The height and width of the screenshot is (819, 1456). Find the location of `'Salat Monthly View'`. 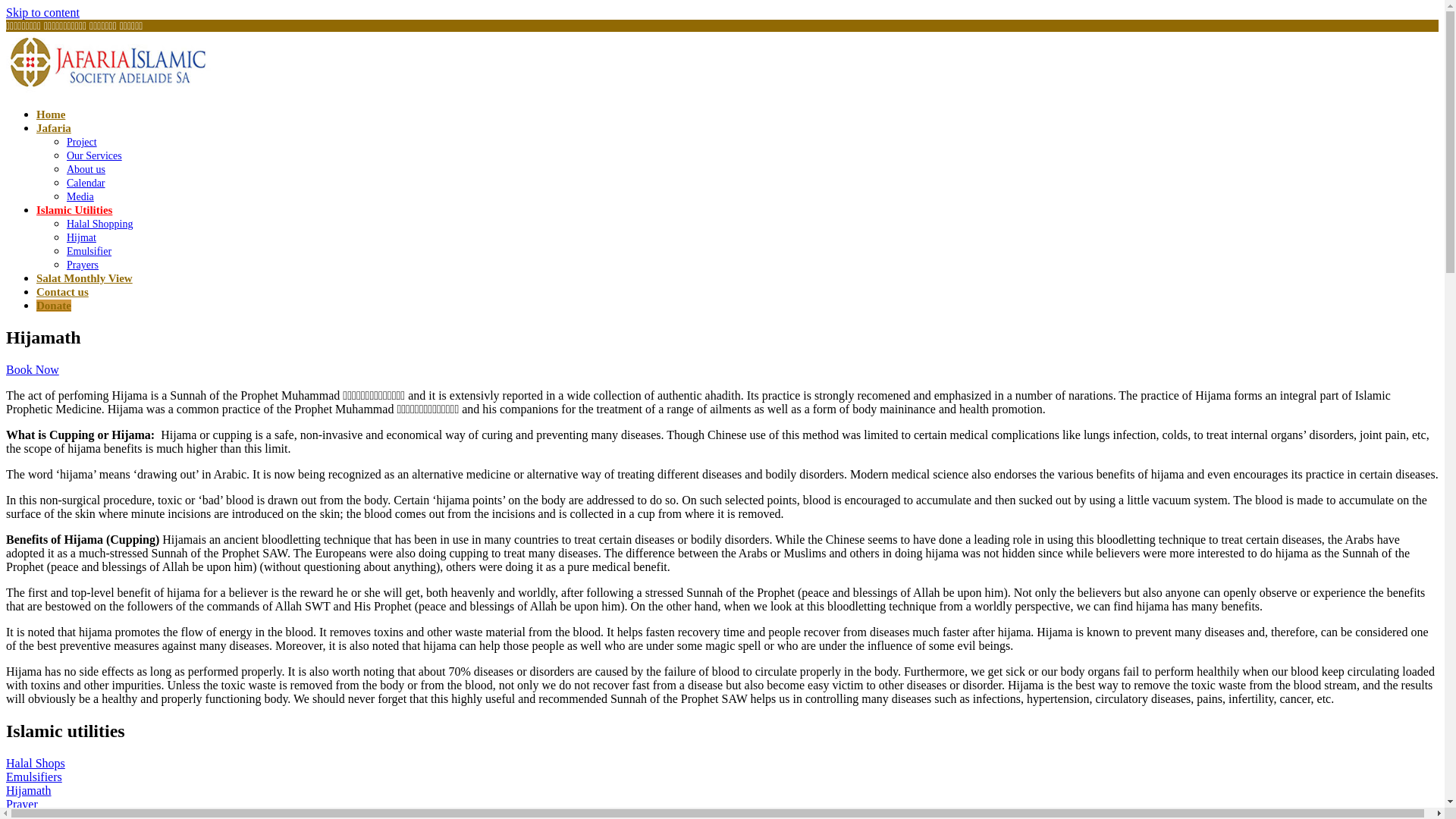

'Salat Monthly View' is located at coordinates (83, 278).